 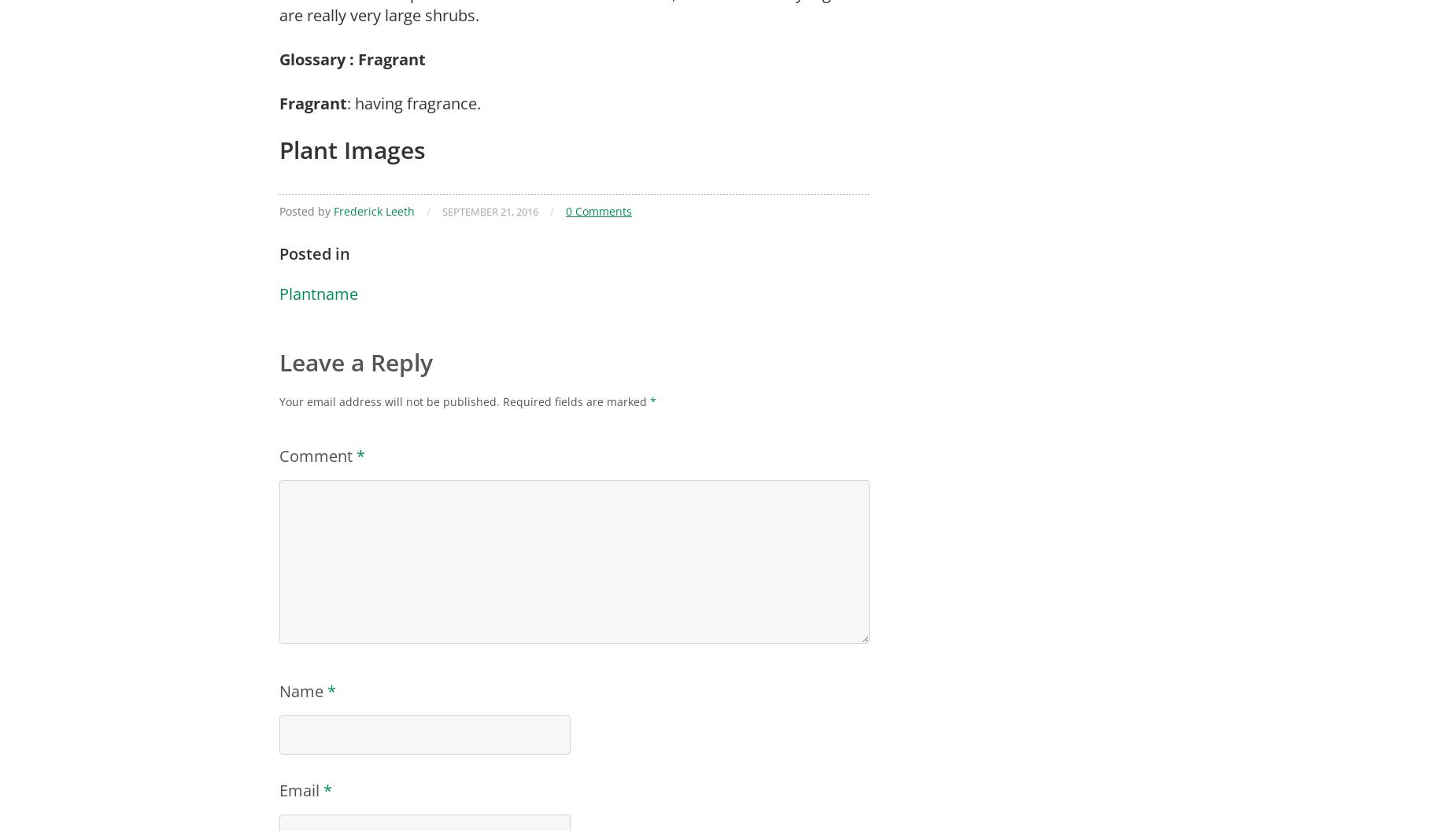 What do you see at coordinates (279, 102) in the screenshot?
I see `'Fragrant'` at bounding box center [279, 102].